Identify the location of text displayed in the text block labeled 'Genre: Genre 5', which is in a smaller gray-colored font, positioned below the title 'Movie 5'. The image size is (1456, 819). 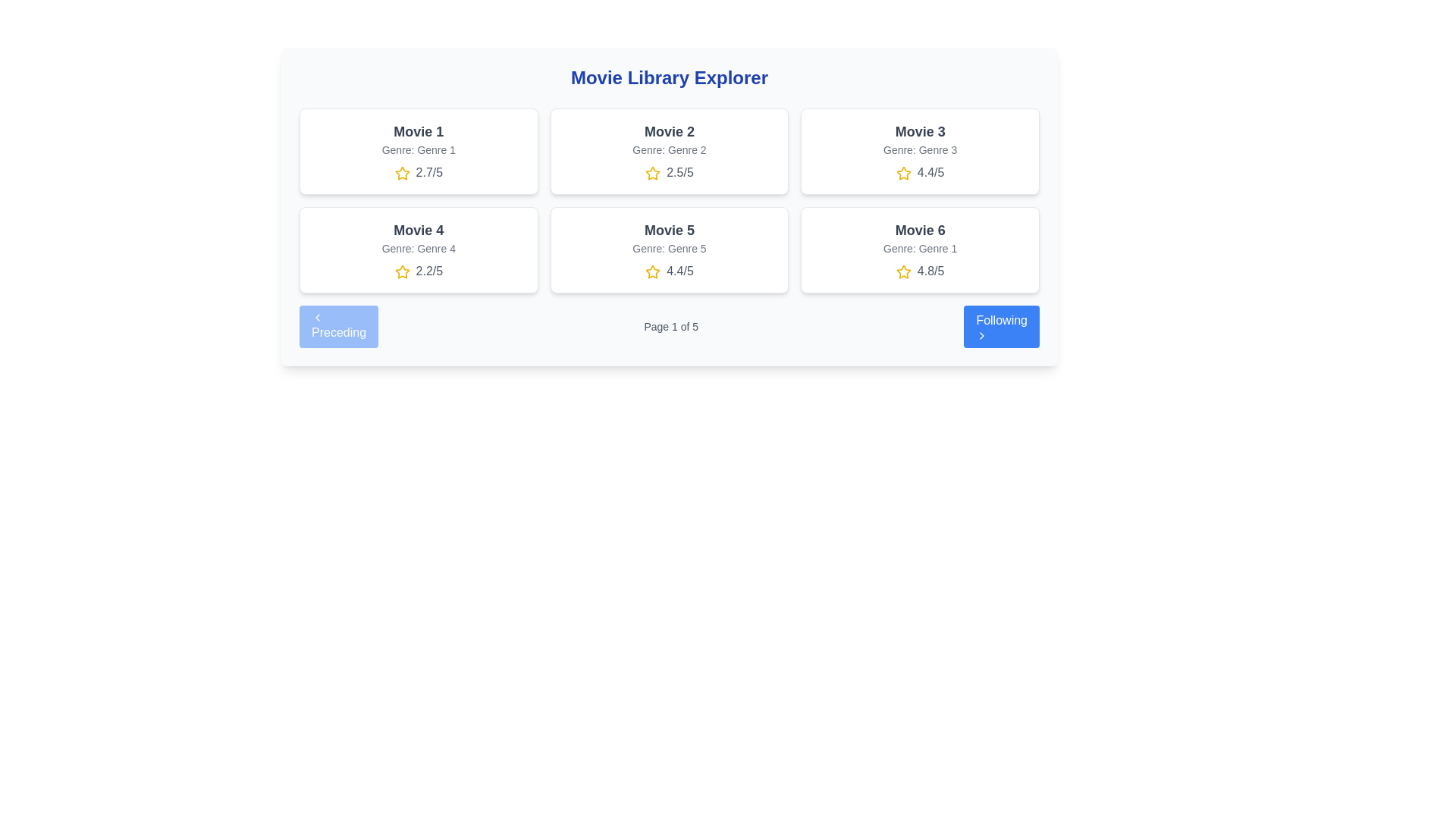
(669, 247).